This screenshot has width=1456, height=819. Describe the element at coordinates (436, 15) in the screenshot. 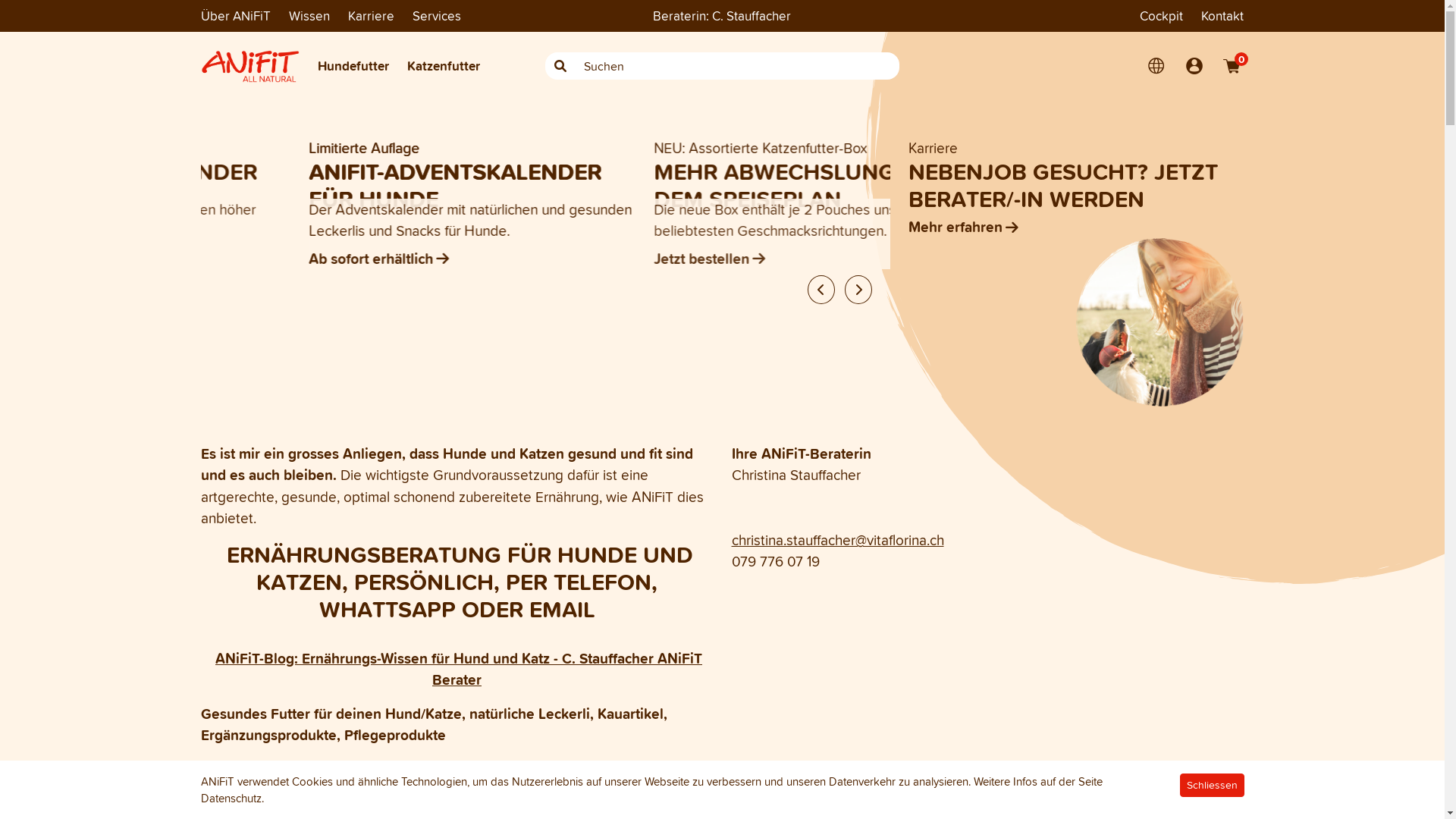

I see `'Services'` at that location.